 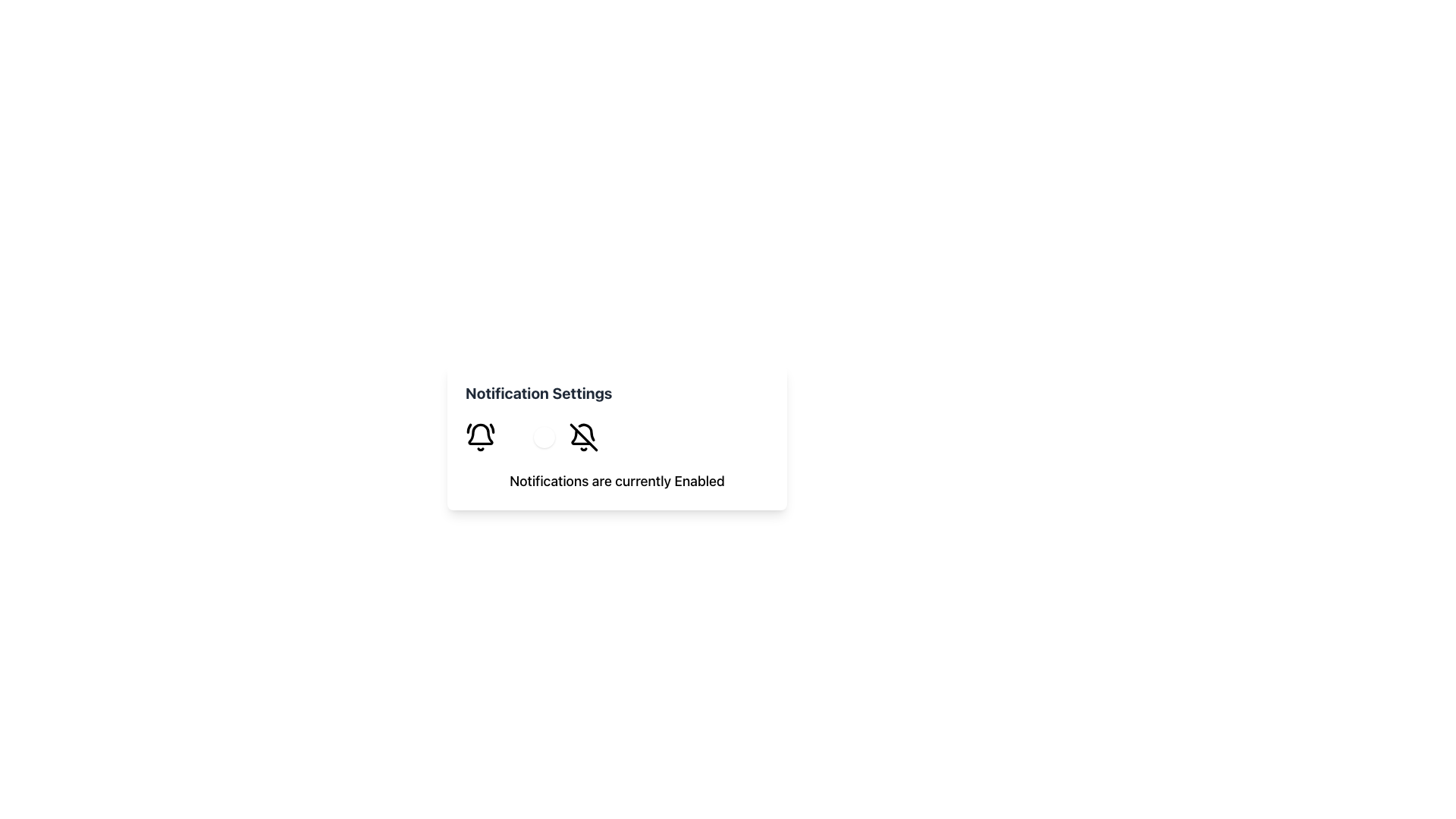 I want to click on the Interactive Toggle Menu element, which includes notification state icons and a toggle switch, so click(x=617, y=438).